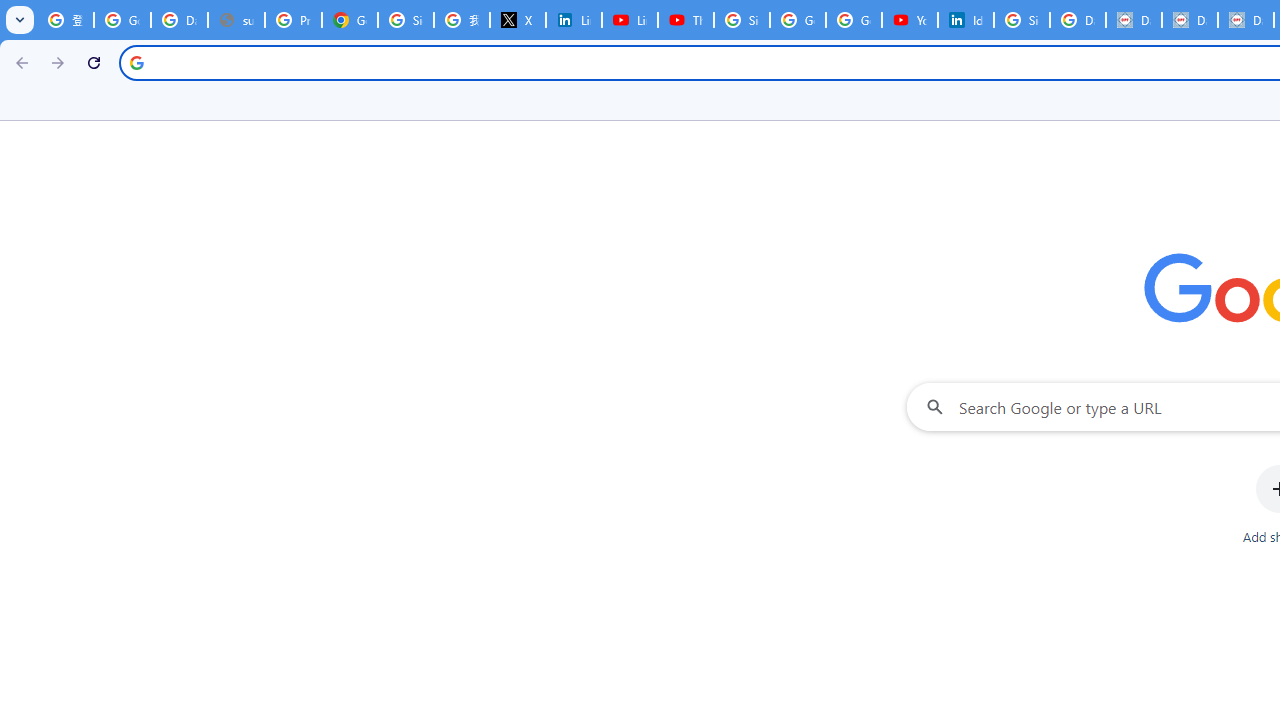 The height and width of the screenshot is (720, 1280). I want to click on 'support.google.com - Network error', so click(236, 20).